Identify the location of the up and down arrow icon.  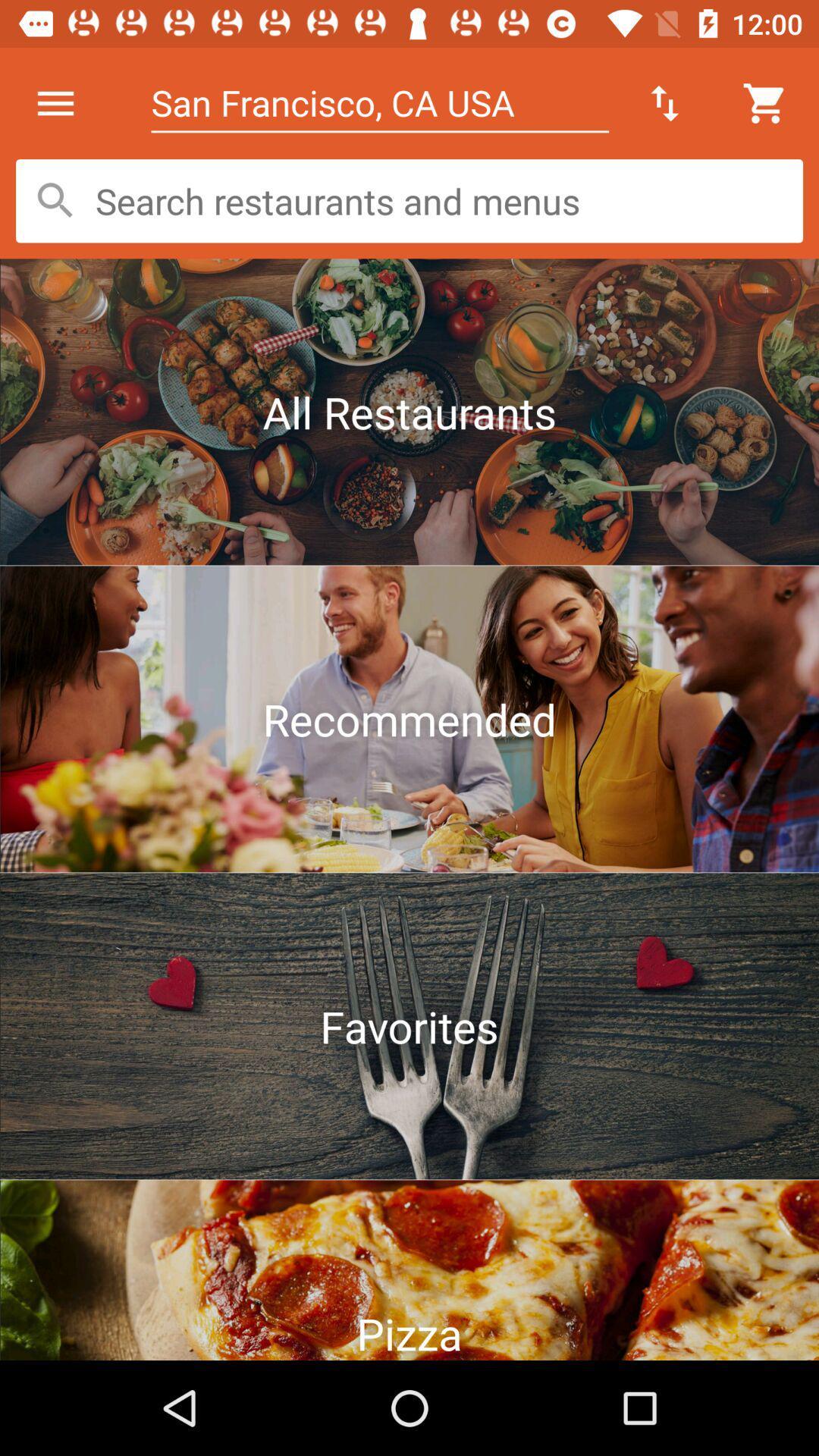
(664, 103).